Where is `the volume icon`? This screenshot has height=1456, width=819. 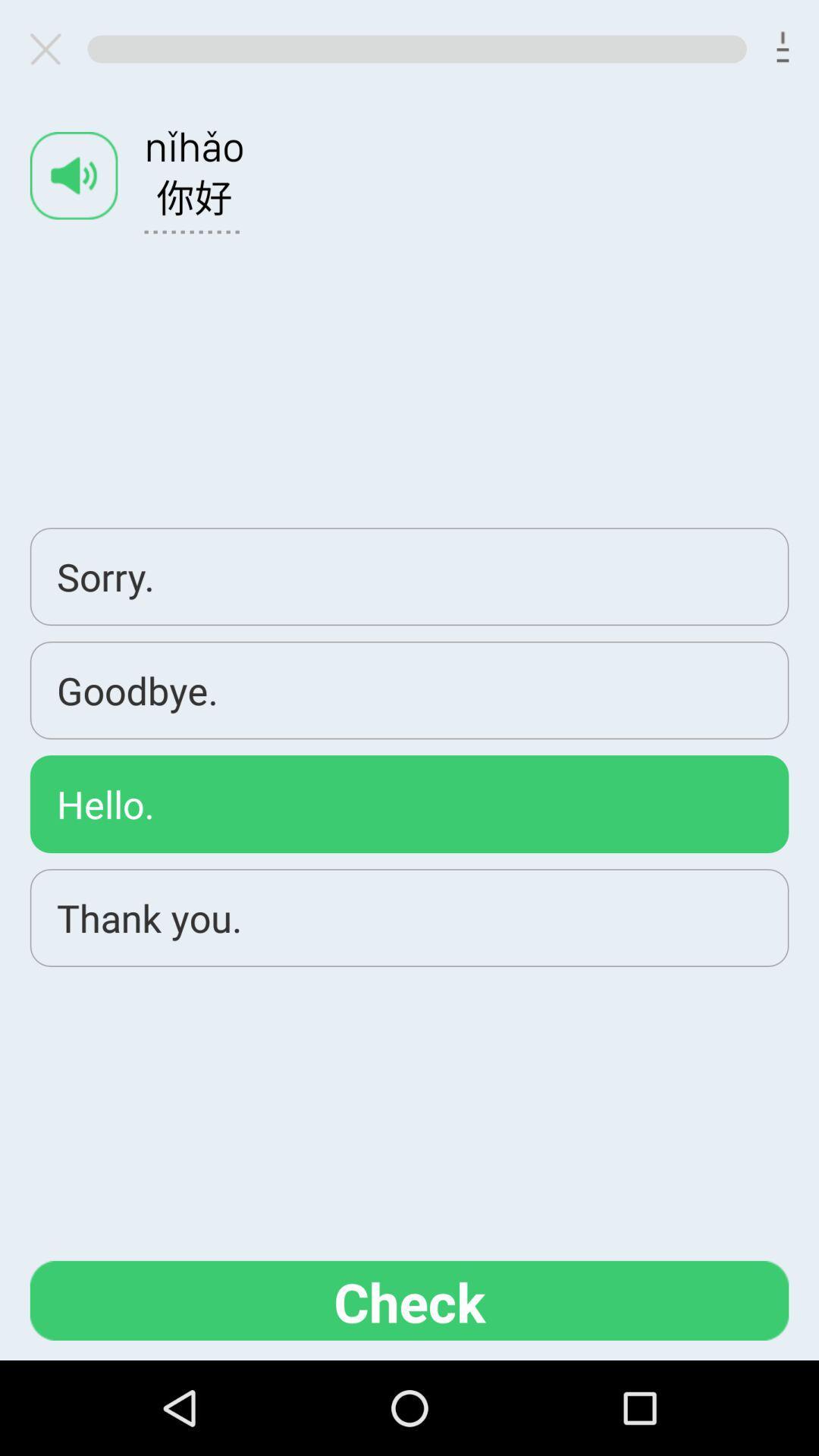 the volume icon is located at coordinates (74, 187).